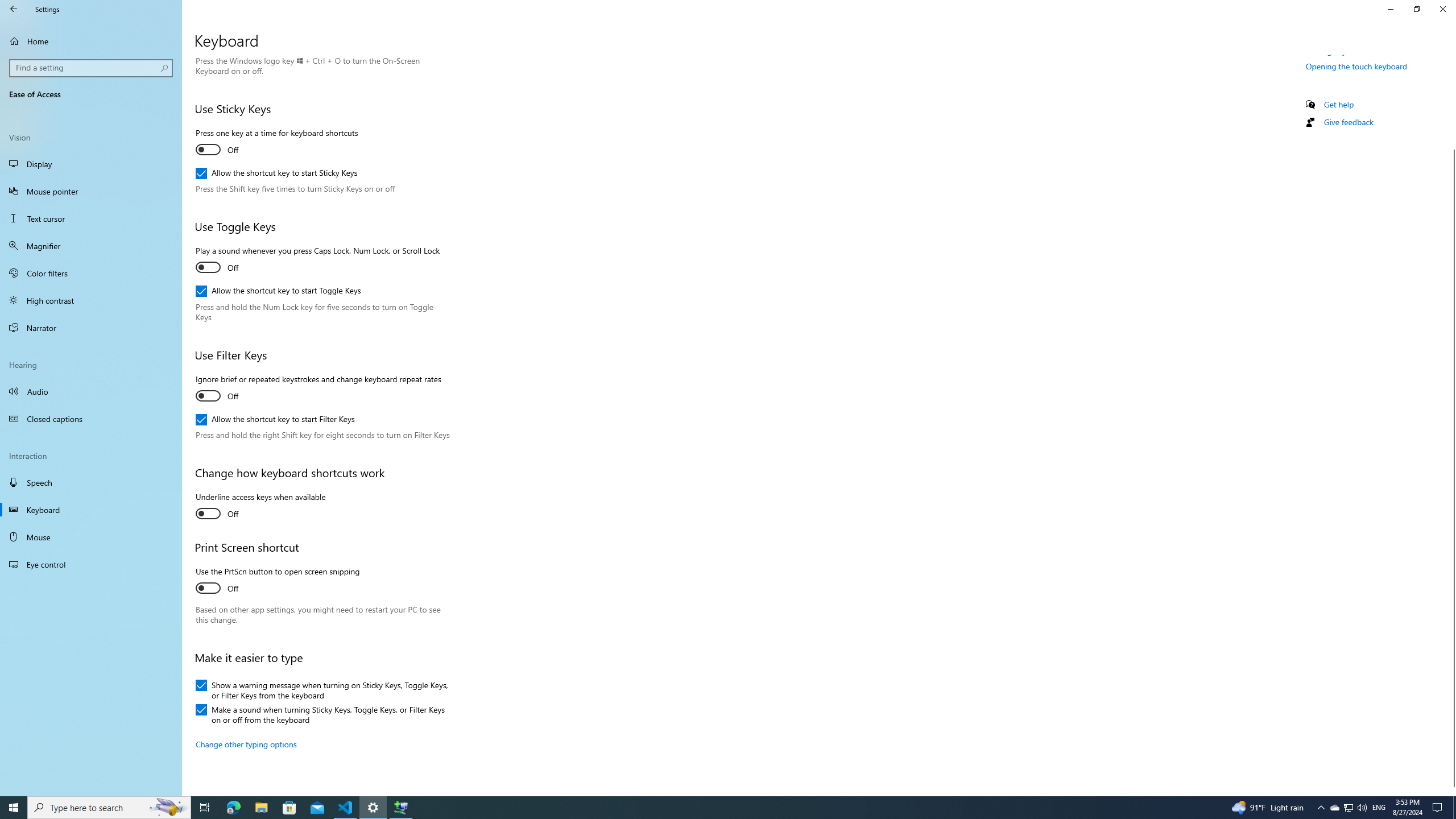 The height and width of the screenshot is (819, 1456). What do you see at coordinates (90, 272) in the screenshot?
I see `'Color filters'` at bounding box center [90, 272].